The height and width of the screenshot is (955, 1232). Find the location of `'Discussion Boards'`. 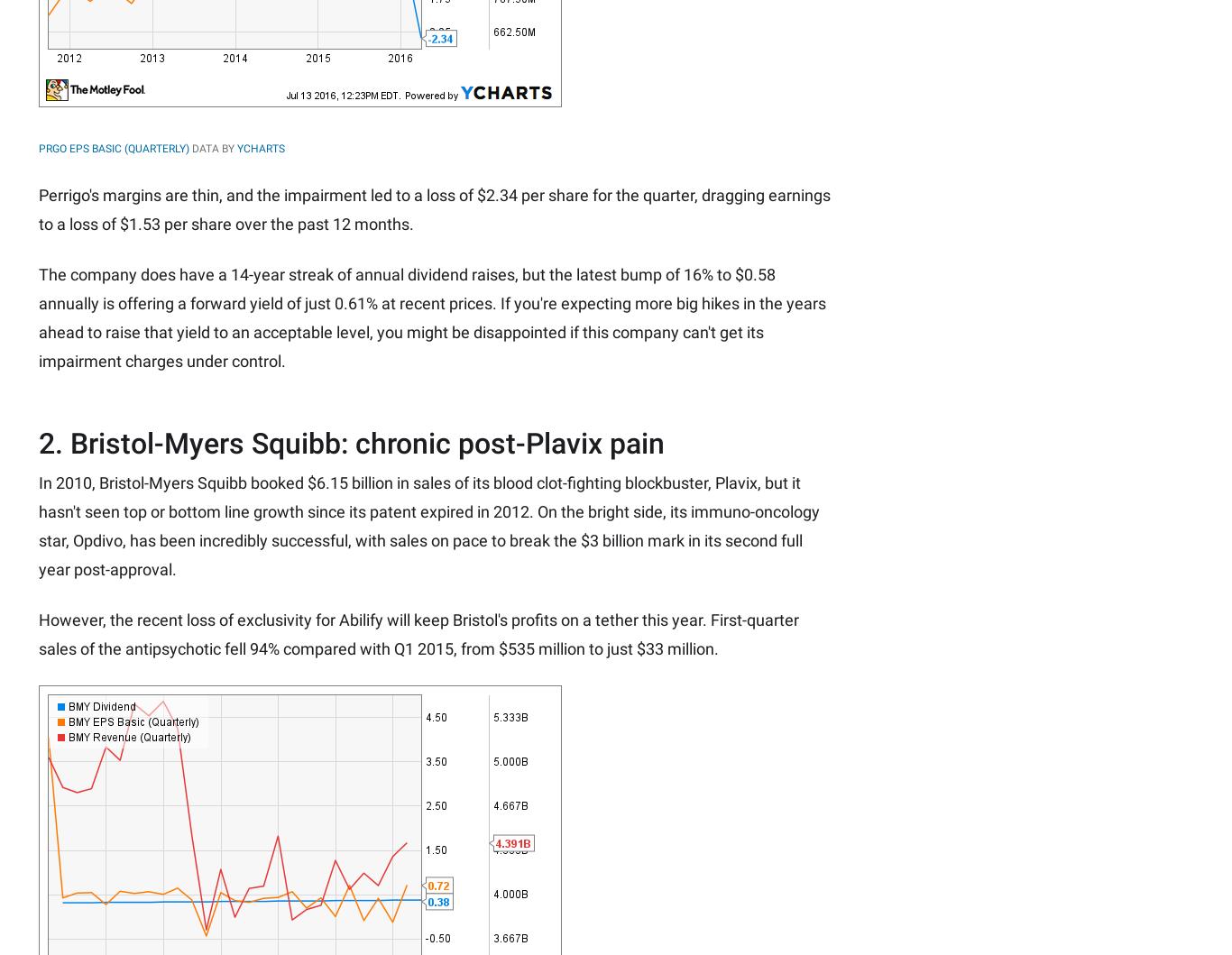

'Discussion Boards' is located at coordinates (915, 75).